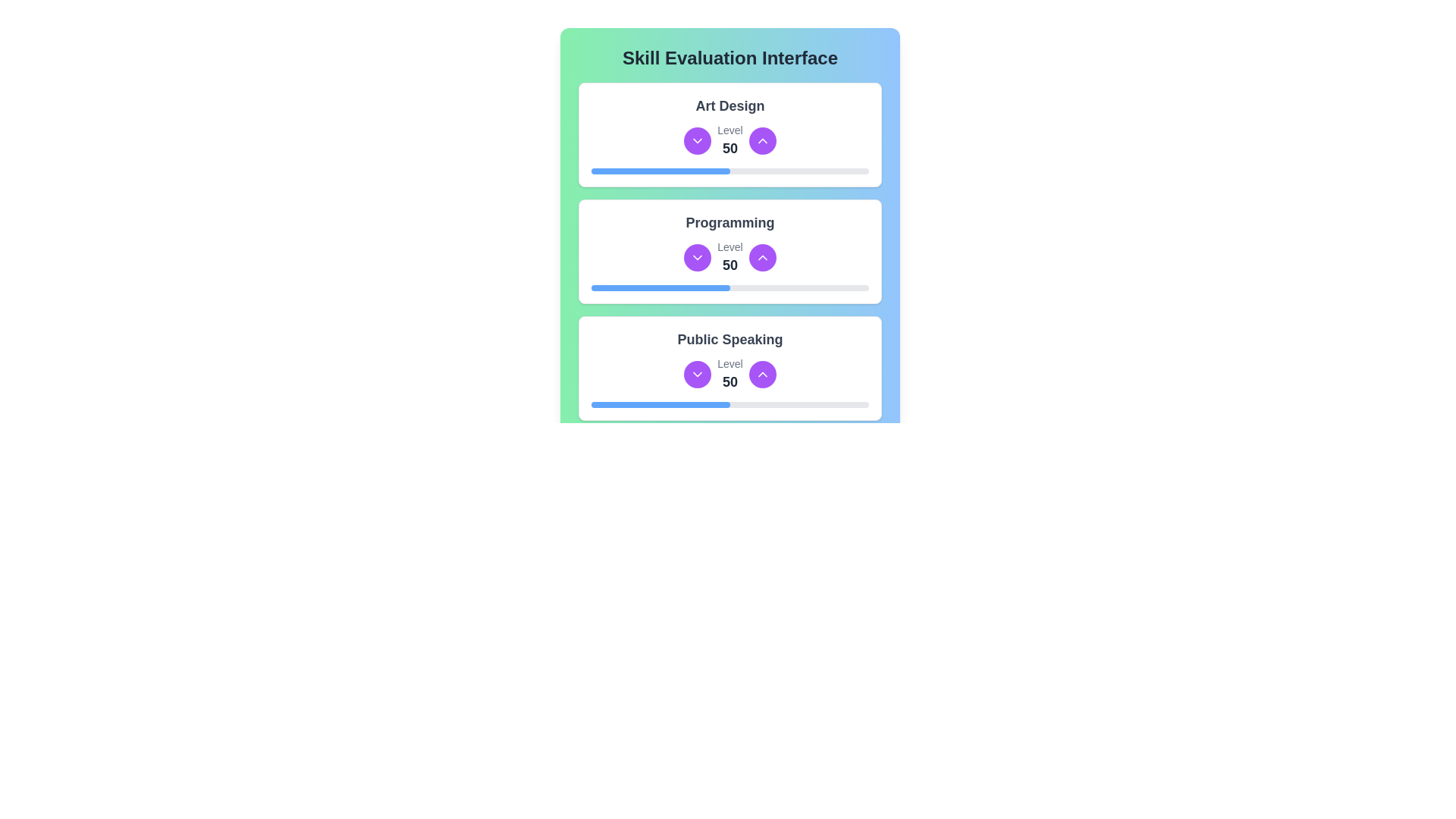 The height and width of the screenshot is (819, 1456). I want to click on the text display component that shows 'Level 50', which is located in the center of the 'Programming' section, between two purple circular buttons with arrow icons, so click(730, 256).